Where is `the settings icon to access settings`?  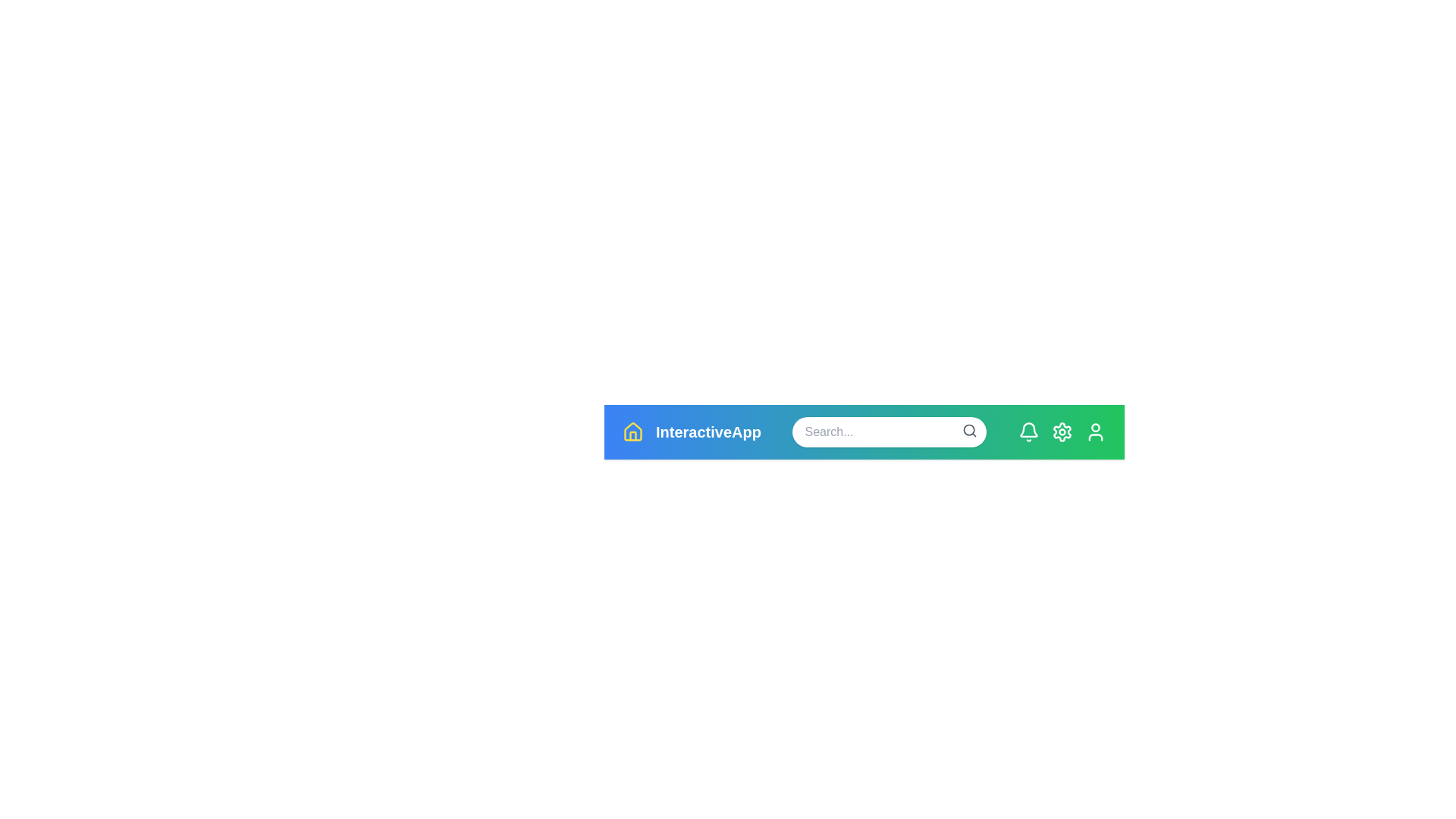 the settings icon to access settings is located at coordinates (1062, 432).